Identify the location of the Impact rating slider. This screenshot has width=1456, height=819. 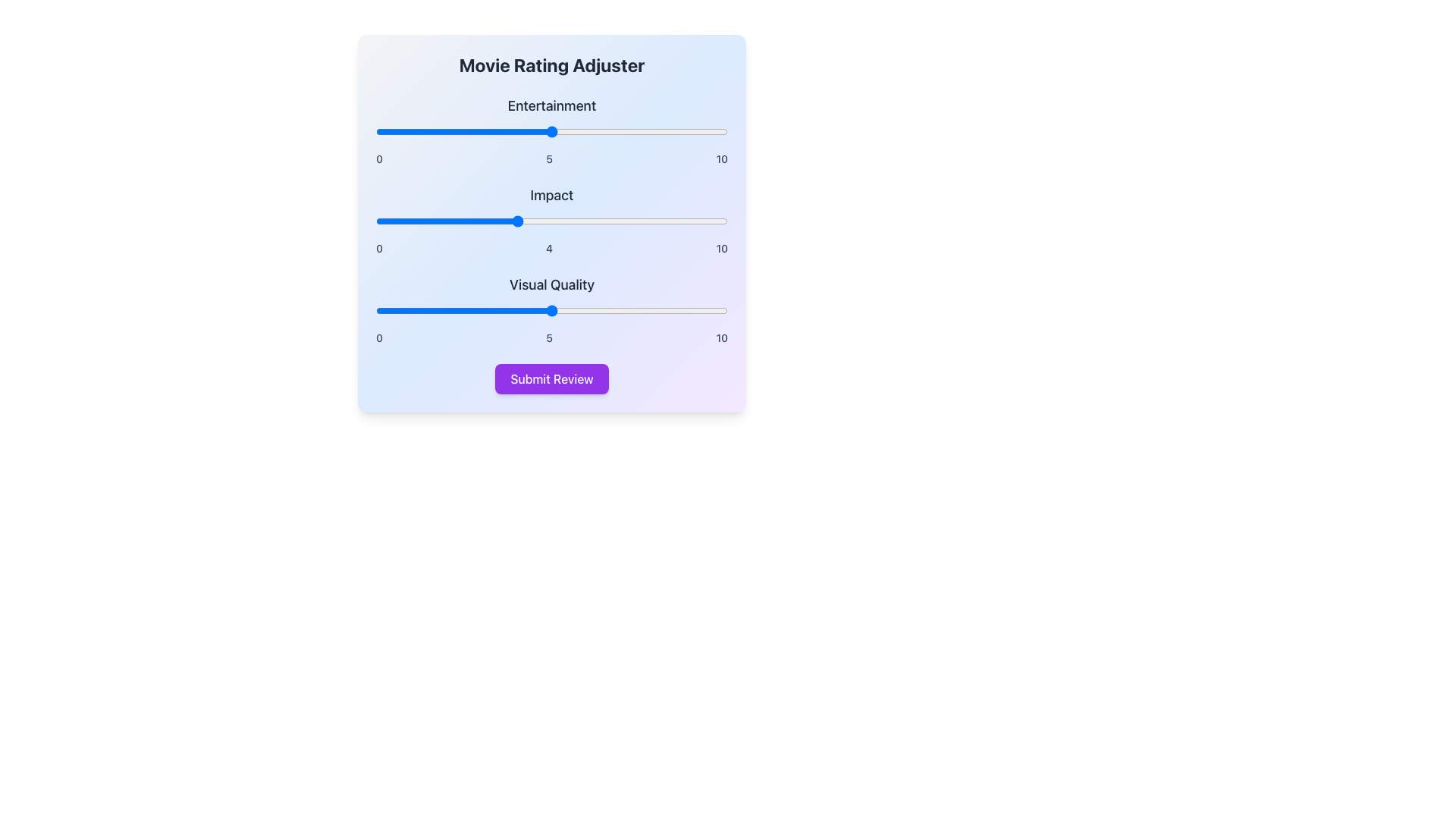
(622, 221).